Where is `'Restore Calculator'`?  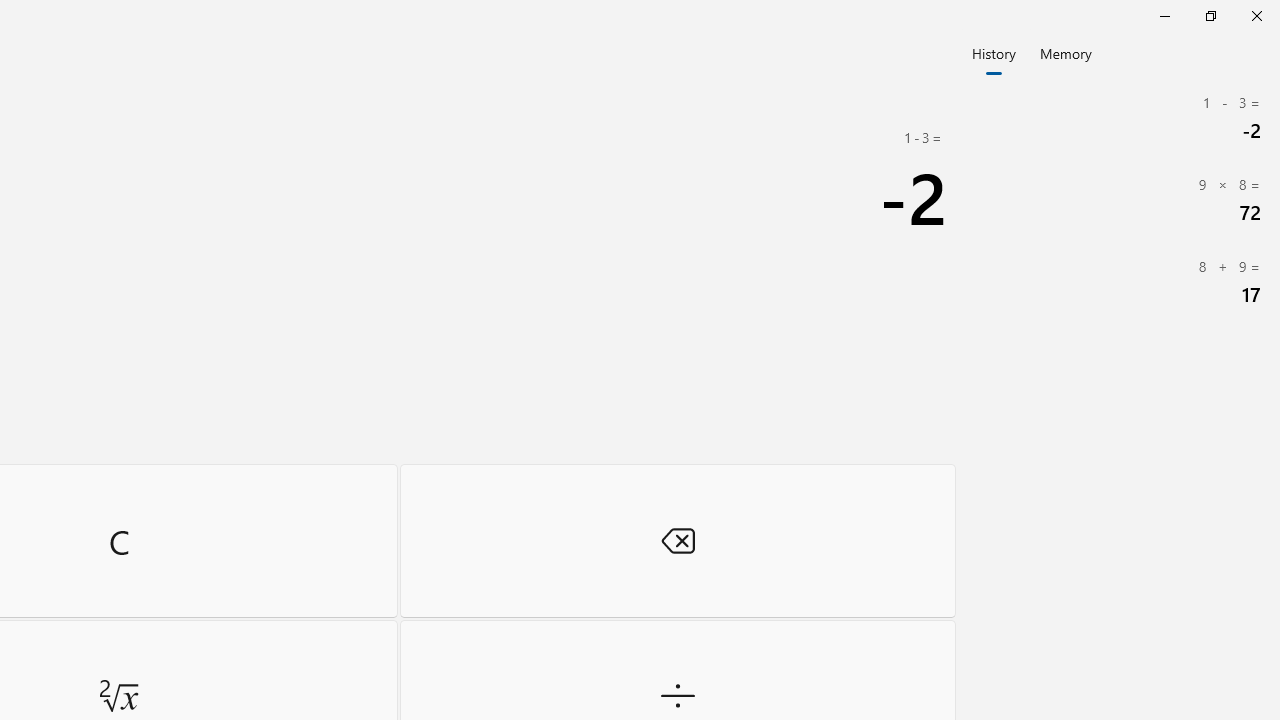
'Restore Calculator' is located at coordinates (1209, 15).